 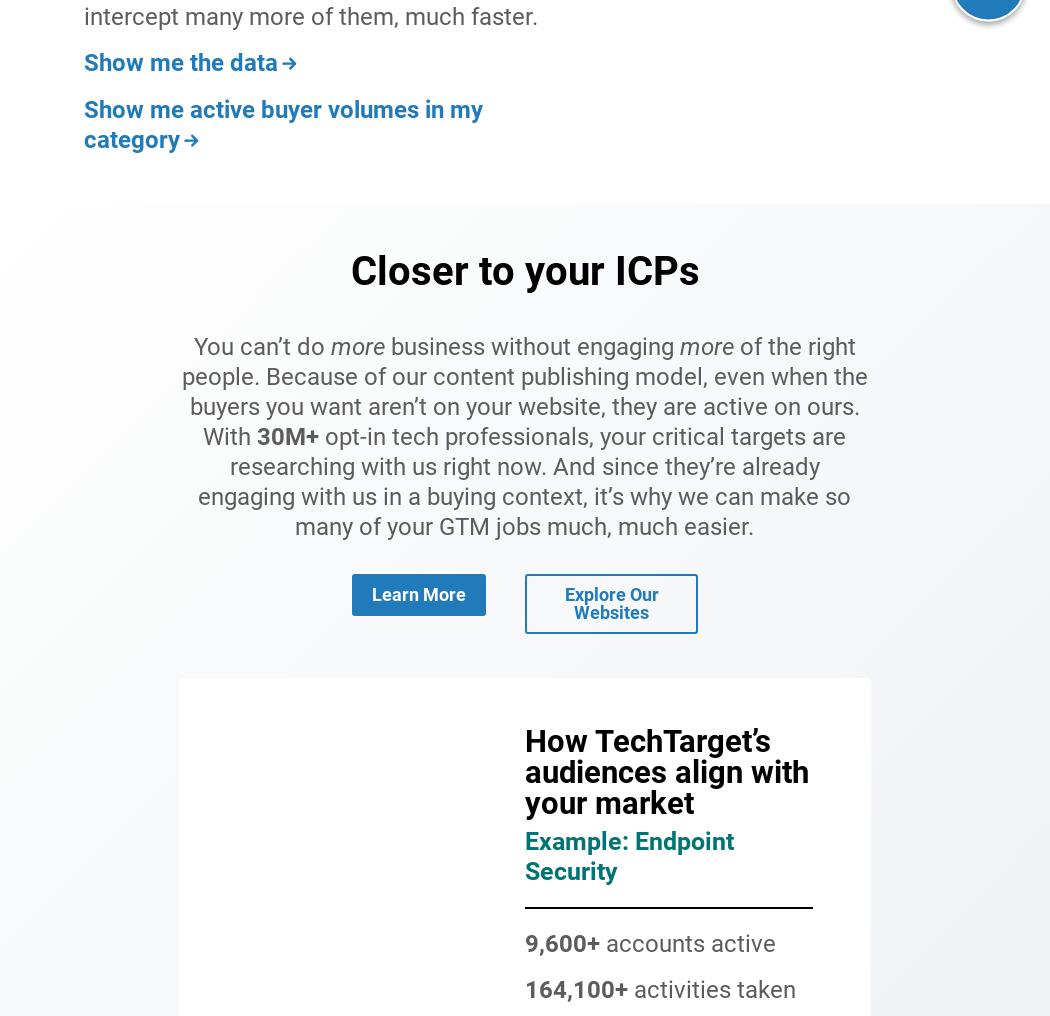 I want to click on 'of the right people. Because of our content publishing model, even when the buyers you want aren’t on your website, they are active on ours. With', so click(x=522, y=389).